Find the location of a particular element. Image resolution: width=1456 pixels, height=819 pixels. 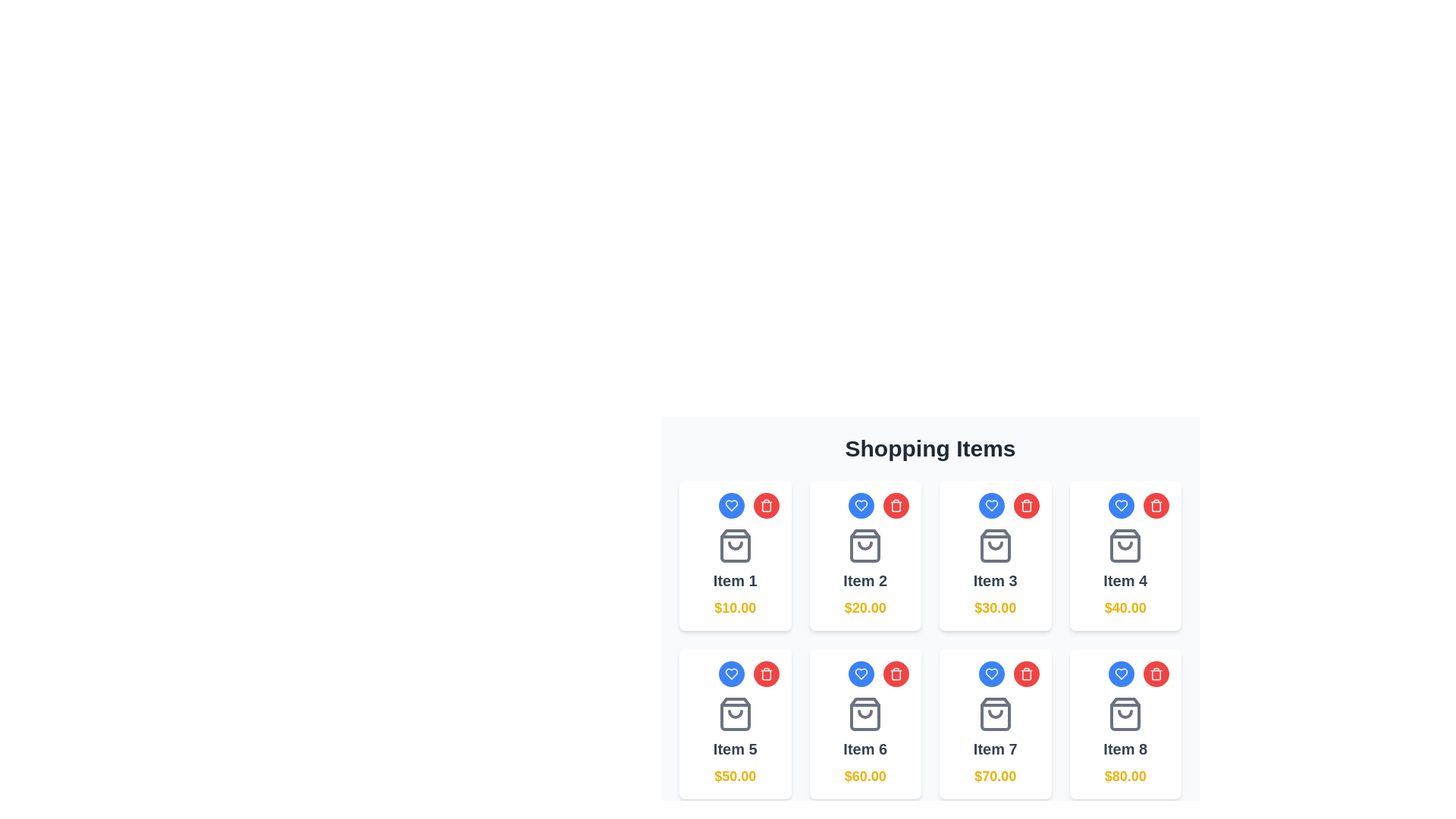

the blue circular button with a white heart icon located at the top-right corner of the card labeled 'Item 2' is located at coordinates (865, 506).